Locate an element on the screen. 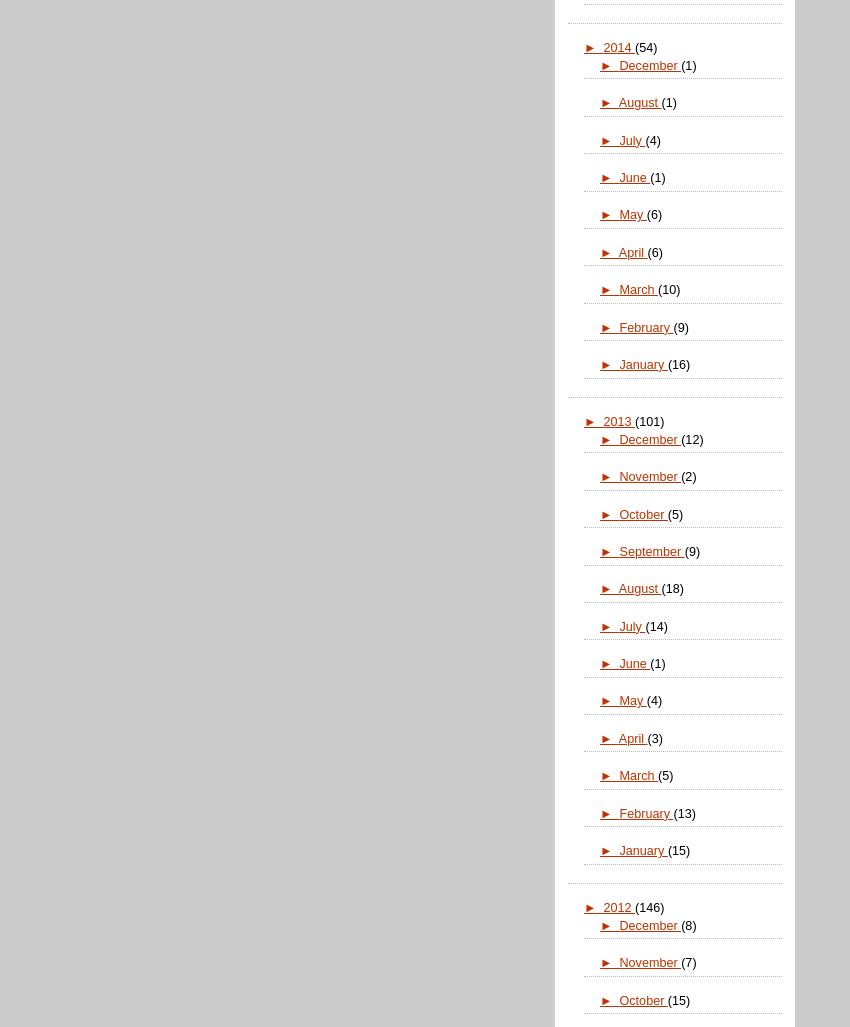 The height and width of the screenshot is (1027, 850). '2013' is located at coordinates (601, 420).